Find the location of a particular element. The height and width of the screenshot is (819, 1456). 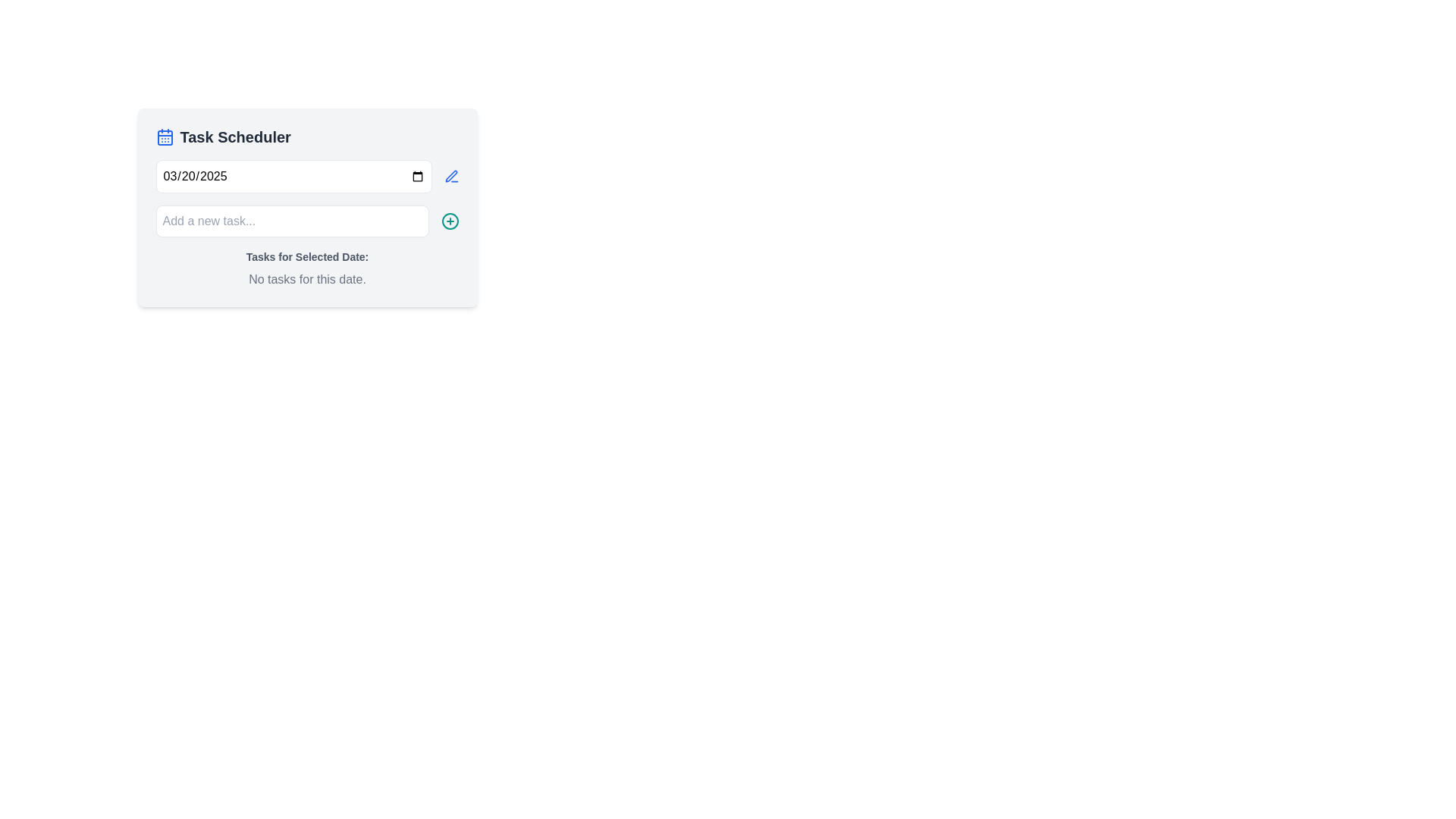

the blue pen icon representing the editing function is located at coordinates (450, 175).